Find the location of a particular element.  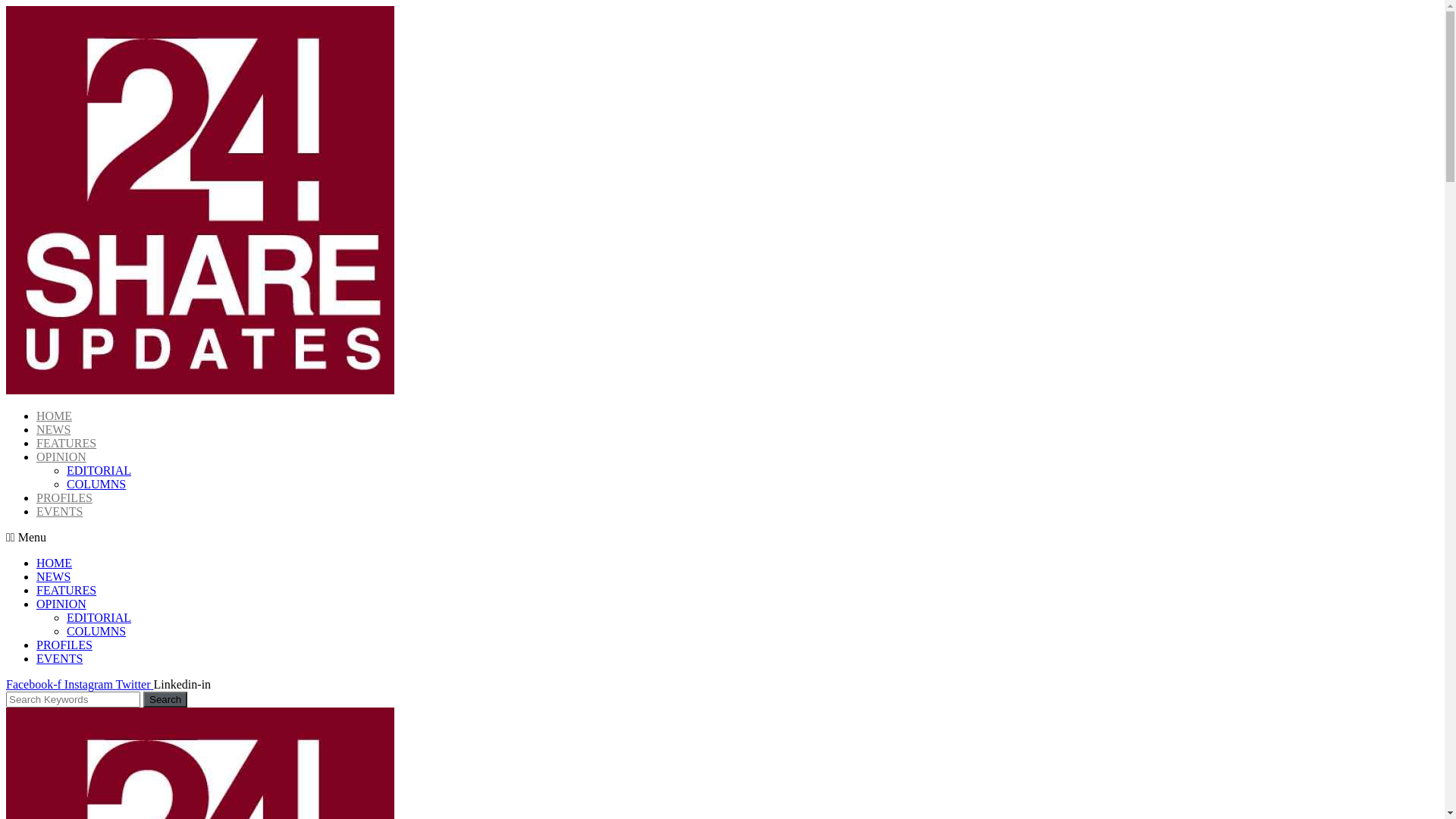

'OPINION' is located at coordinates (61, 456).